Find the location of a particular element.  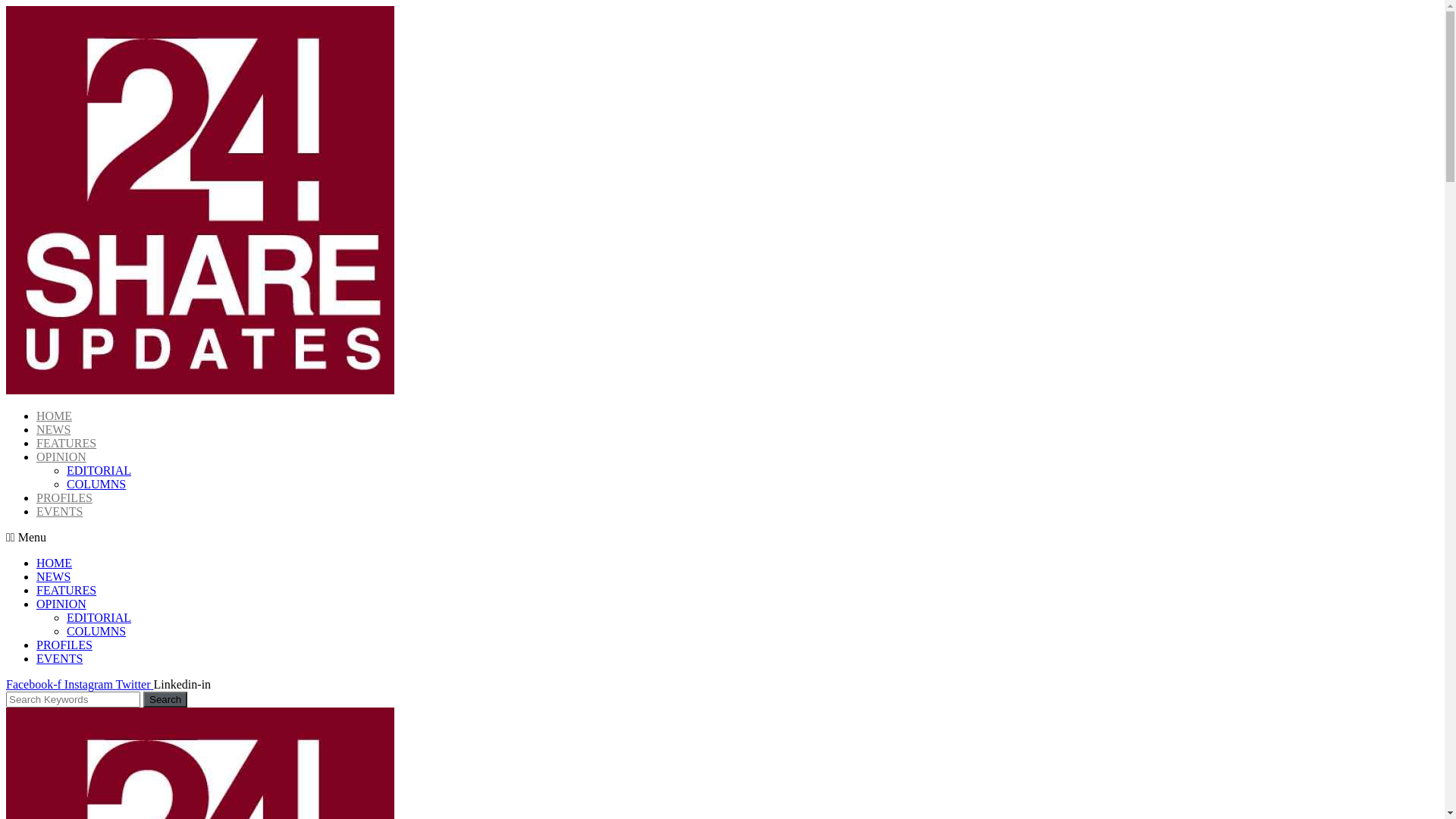

'OPINION' is located at coordinates (61, 456).